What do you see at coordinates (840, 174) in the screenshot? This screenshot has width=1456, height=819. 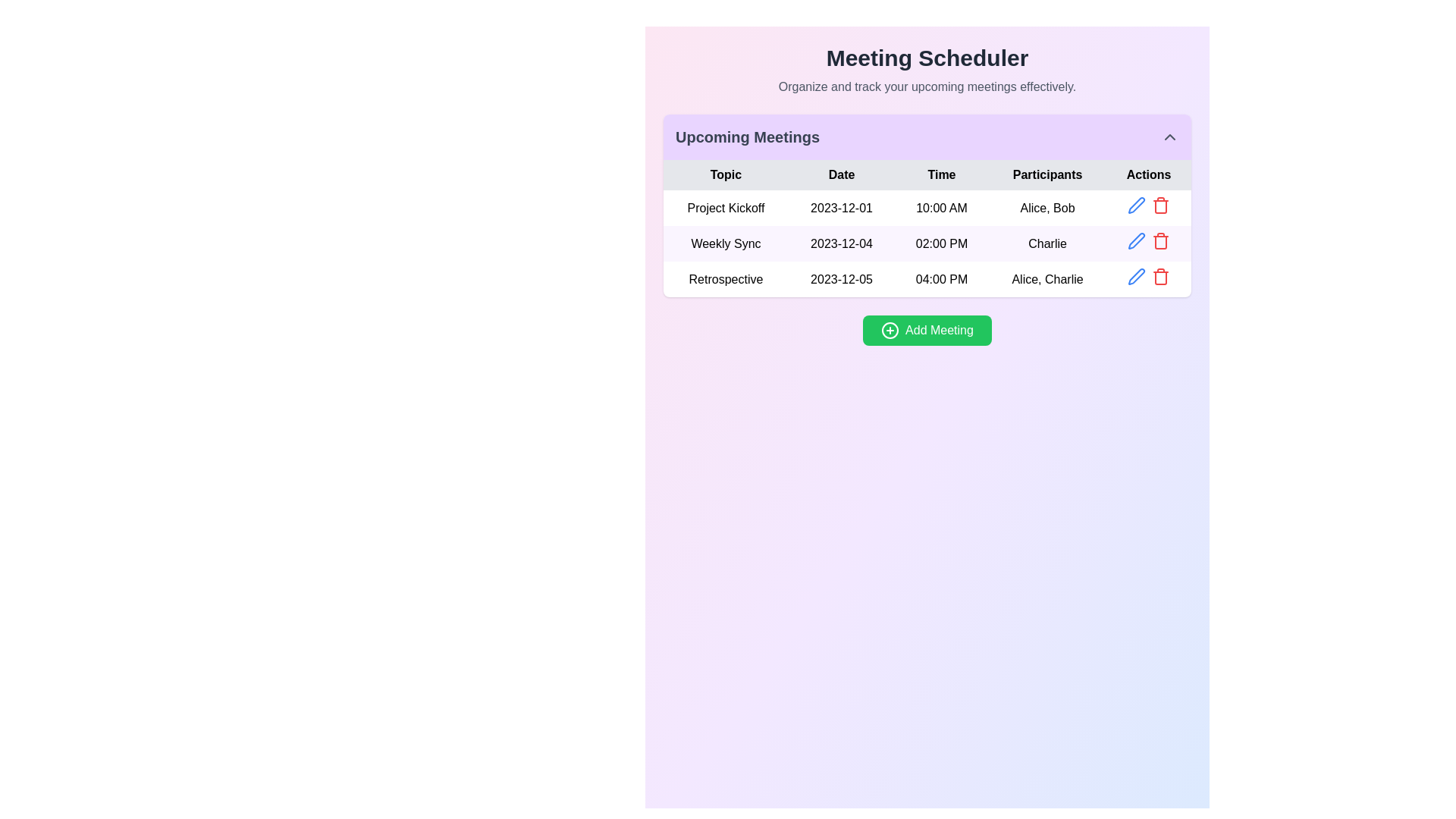 I see `the 'Date' label, which is the second header item in the table's header row, positioned between 'Topic' and 'Time'` at bounding box center [840, 174].